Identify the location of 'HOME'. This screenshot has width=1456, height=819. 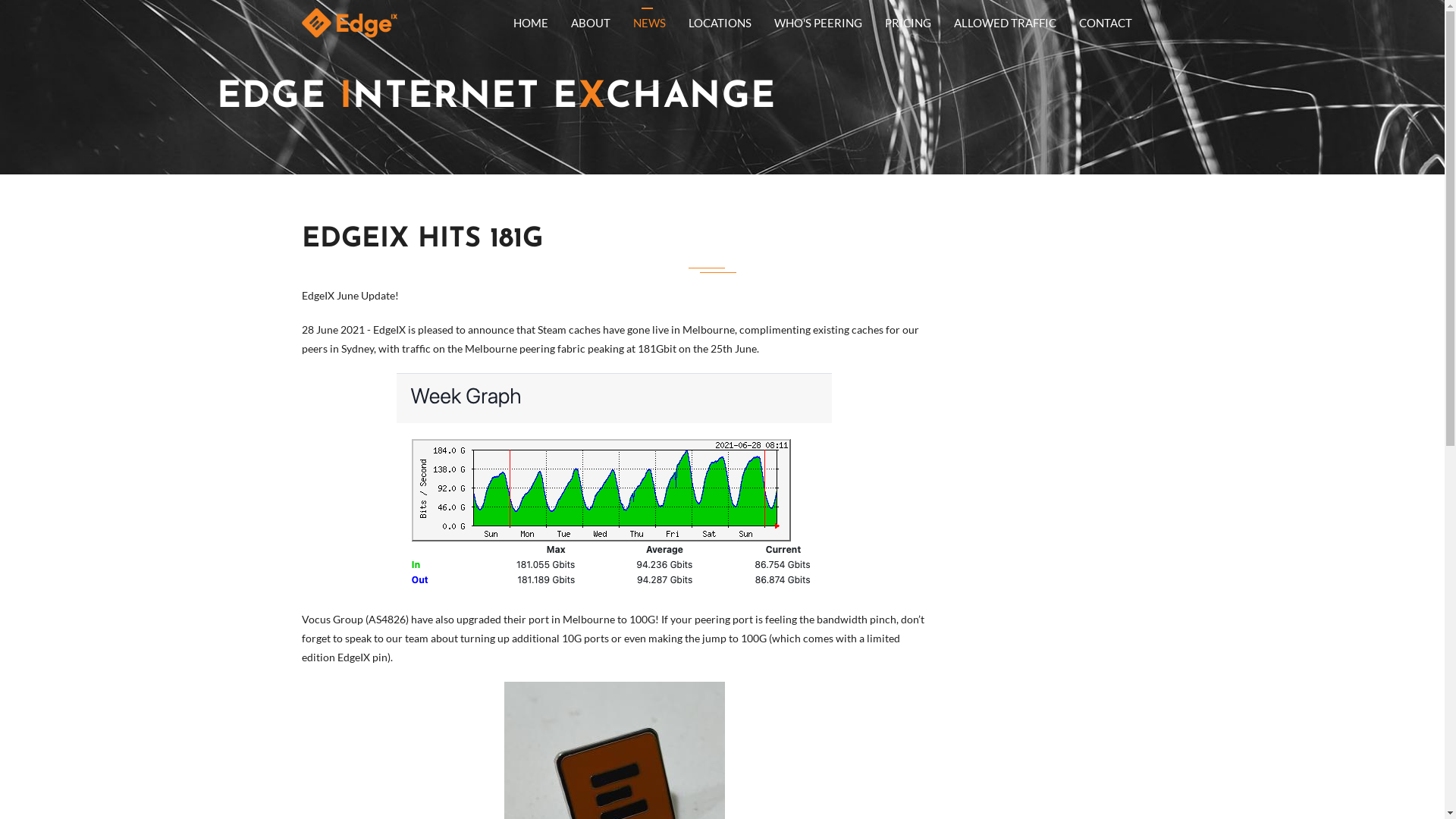
(502, 23).